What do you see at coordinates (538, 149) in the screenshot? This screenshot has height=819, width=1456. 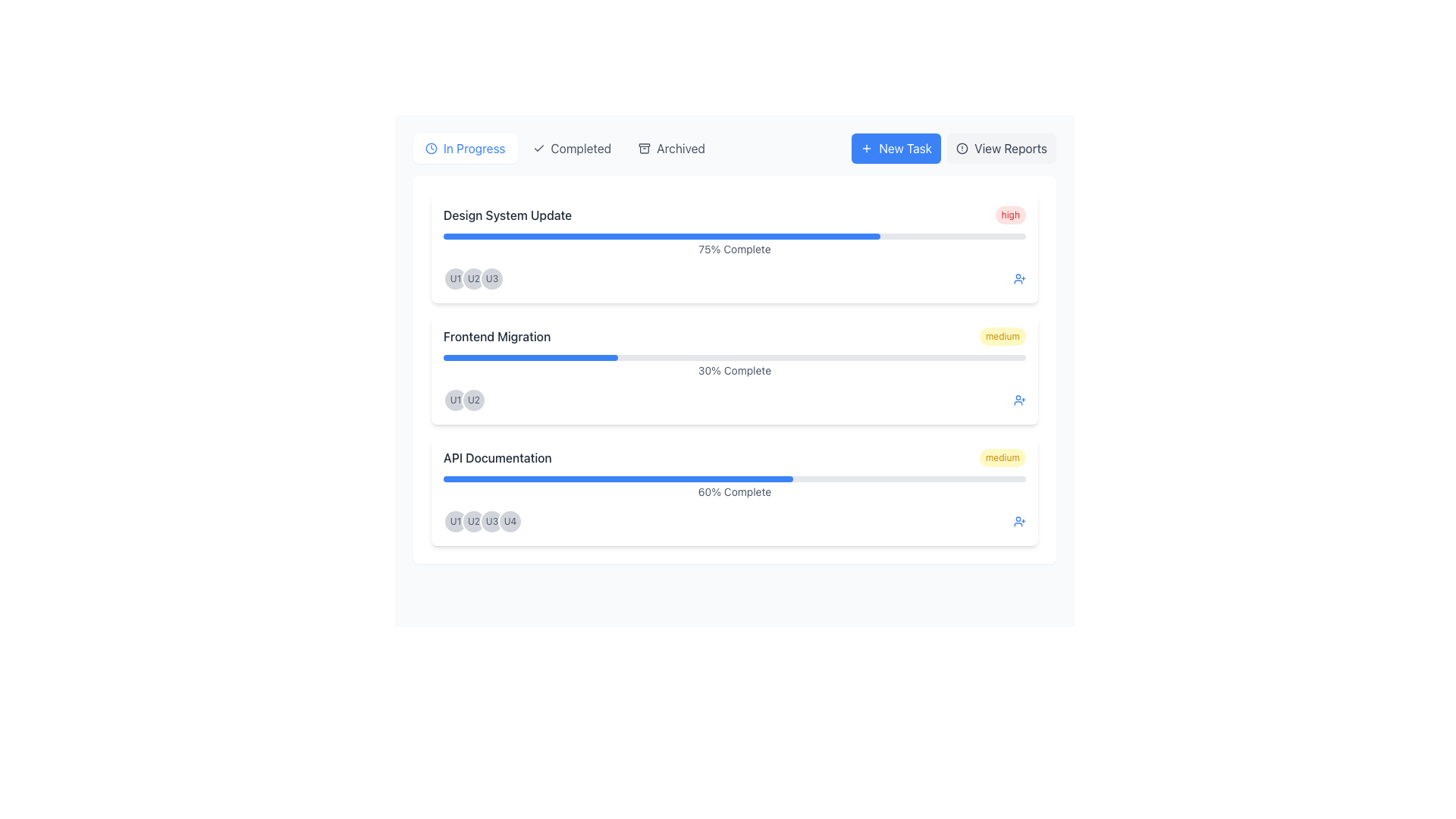 I see `the checkmark icon, which is a minimalistic graphic located before the text 'Completed' in the top navigation section of the application` at bounding box center [538, 149].